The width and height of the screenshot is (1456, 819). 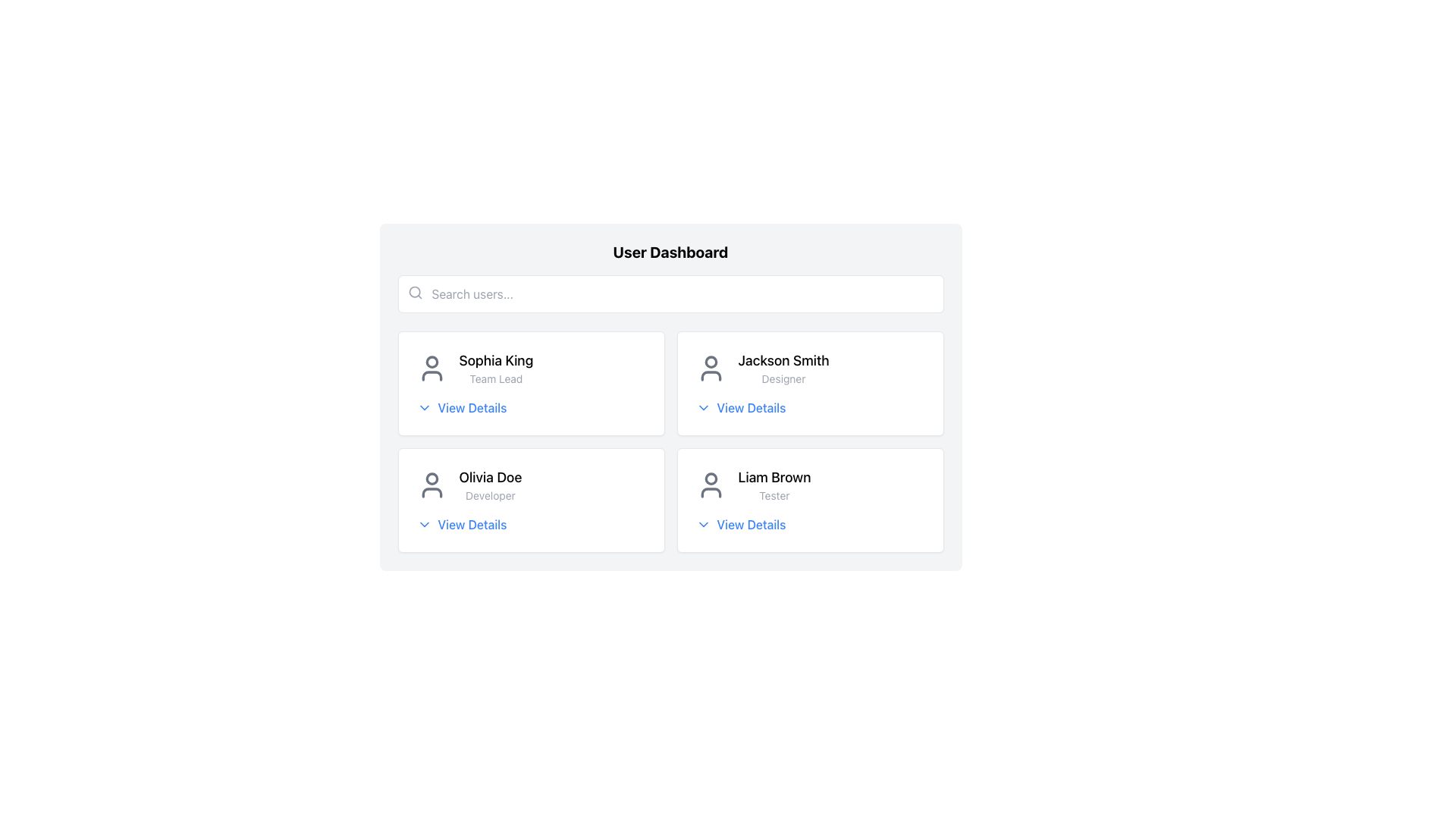 I want to click on the 'Team Lead' text label displayed in light gray color, located below 'Sophia King' in the user's profile card on the dashboard interface, so click(x=496, y=378).